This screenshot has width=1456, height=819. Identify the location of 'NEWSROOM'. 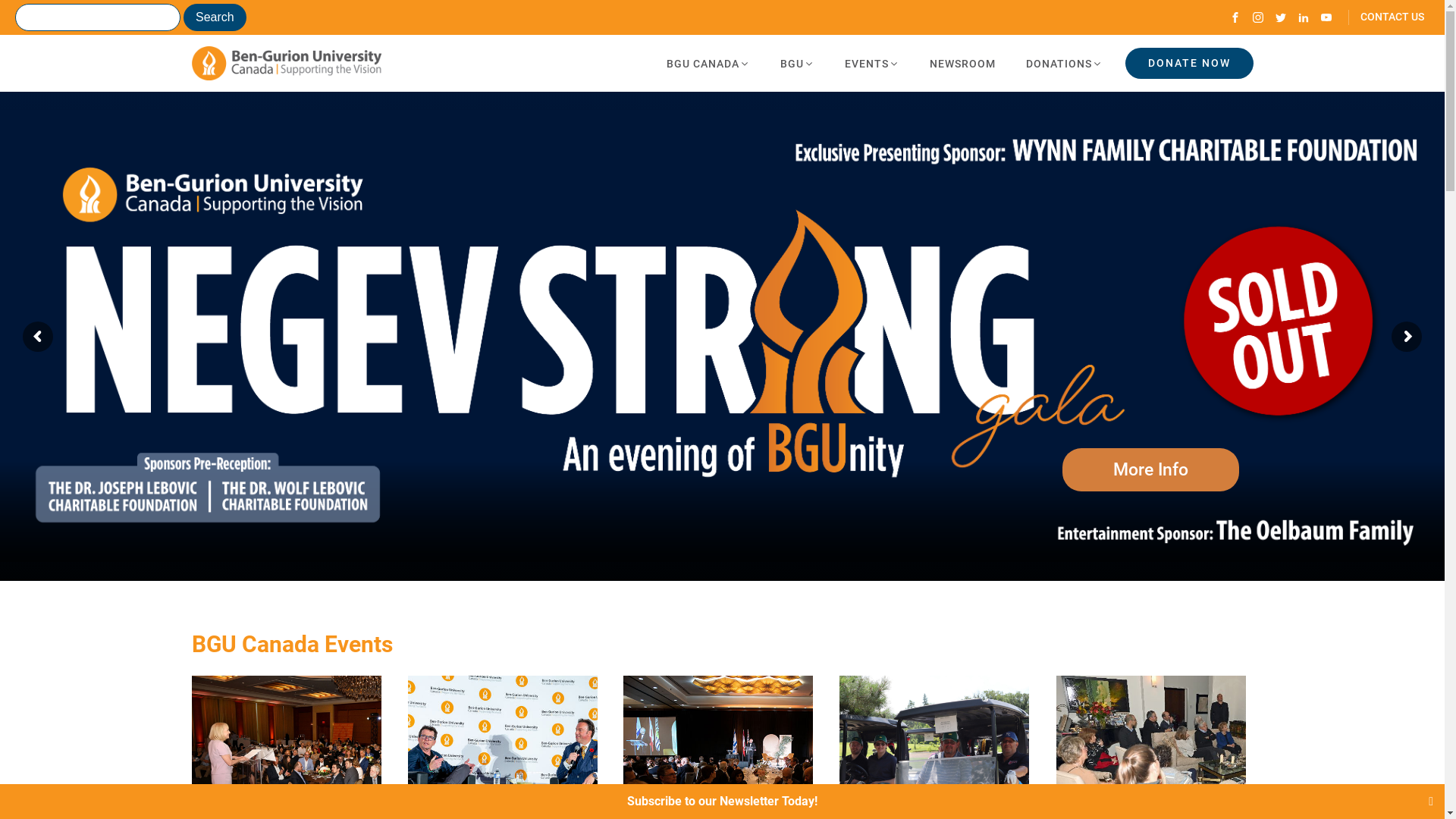
(962, 63).